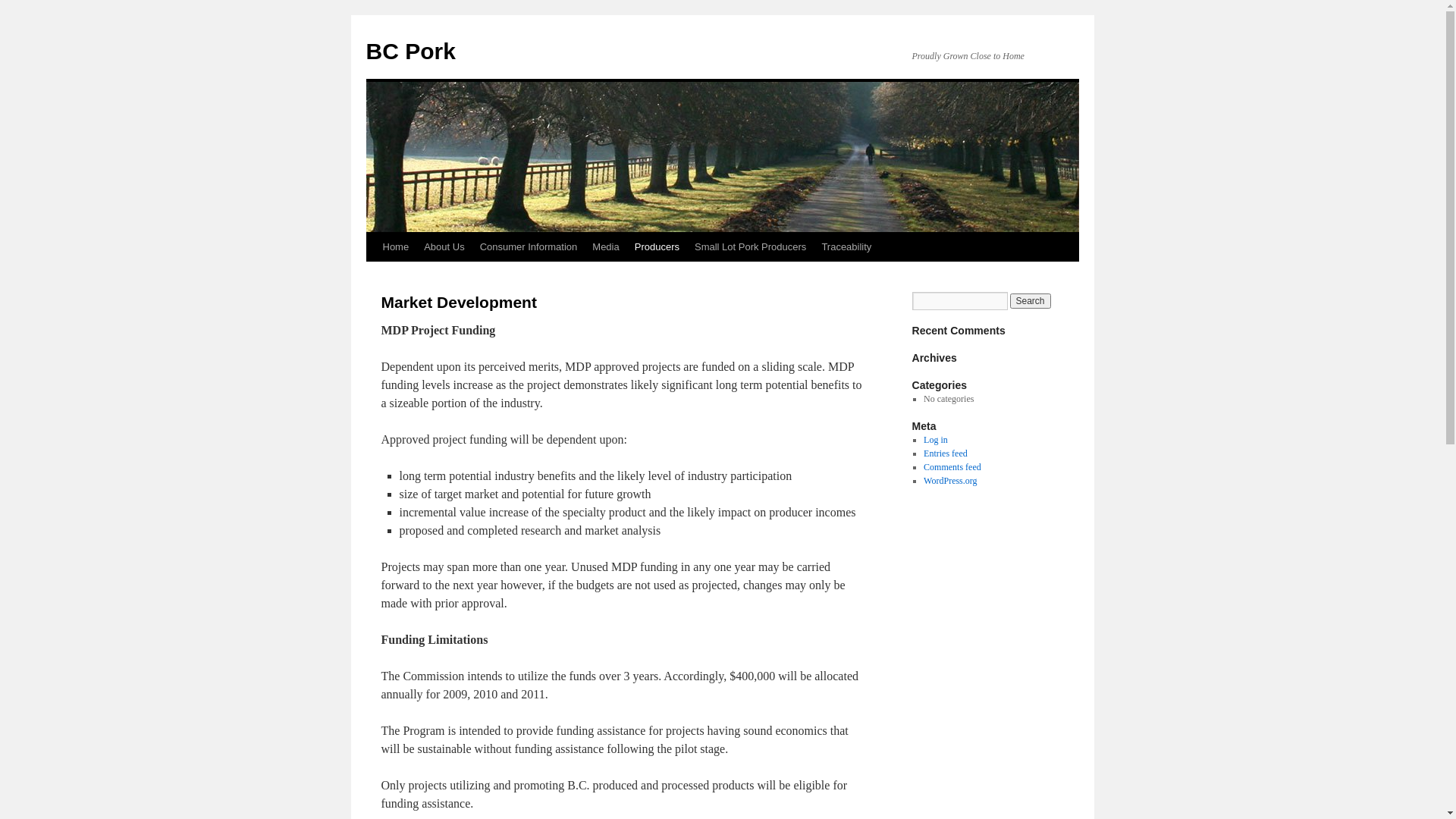  I want to click on 'Search', so click(1030, 301).